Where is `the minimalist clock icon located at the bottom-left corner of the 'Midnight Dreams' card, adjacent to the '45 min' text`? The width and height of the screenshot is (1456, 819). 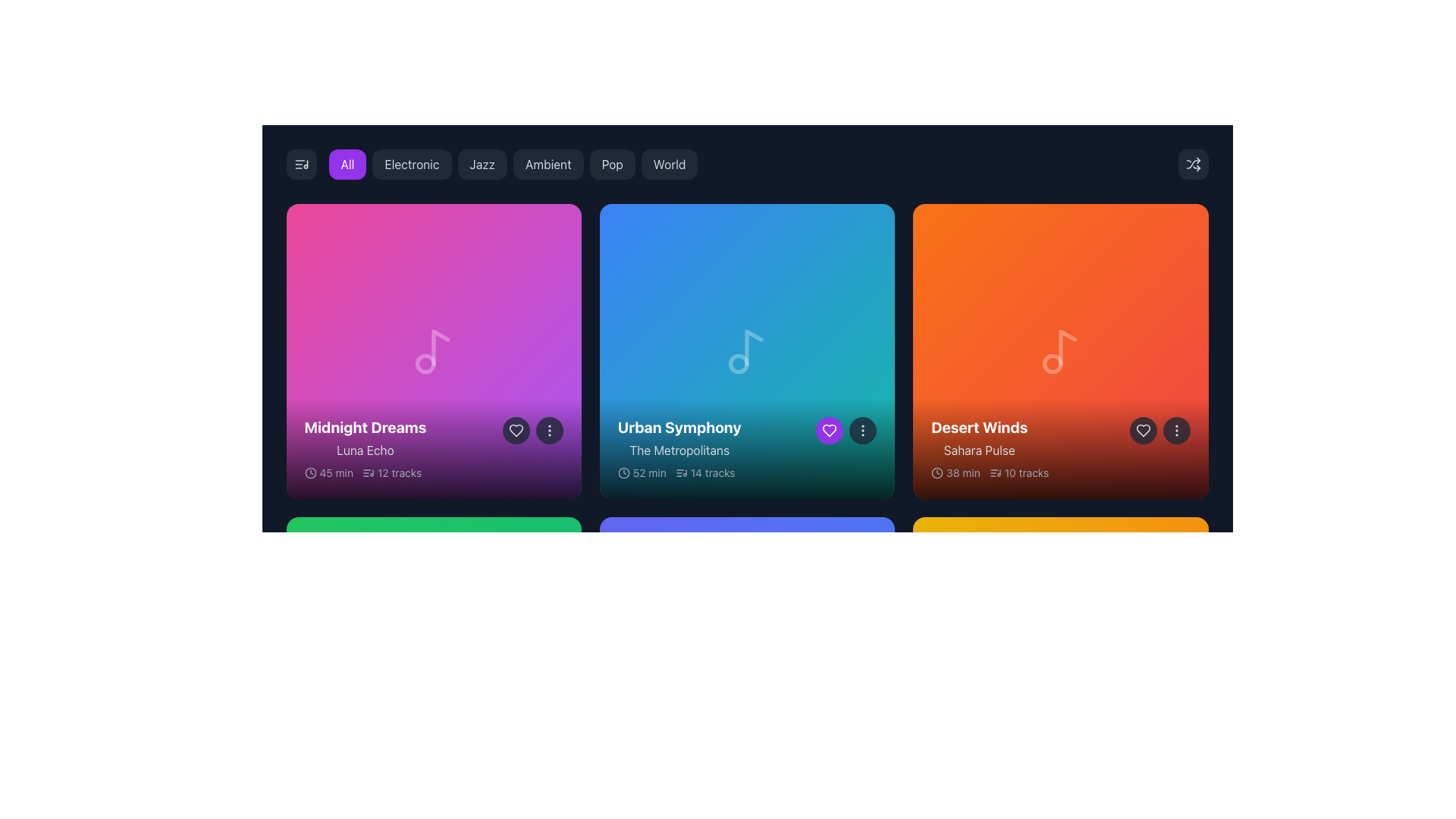 the minimalist clock icon located at the bottom-left corner of the 'Midnight Dreams' card, adjacent to the '45 min' text is located at coordinates (309, 472).